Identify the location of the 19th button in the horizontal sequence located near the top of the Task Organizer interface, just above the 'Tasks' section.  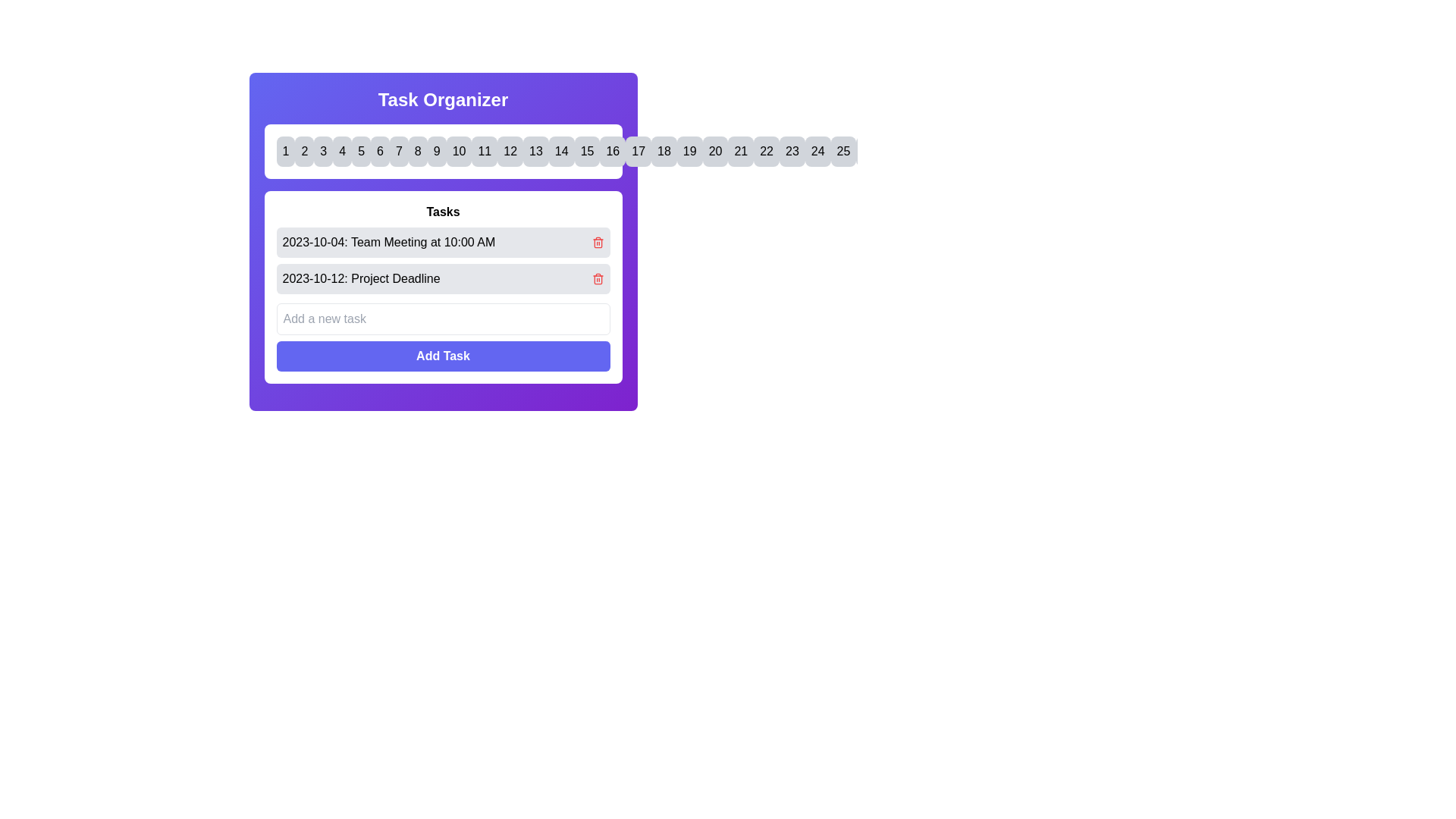
(689, 152).